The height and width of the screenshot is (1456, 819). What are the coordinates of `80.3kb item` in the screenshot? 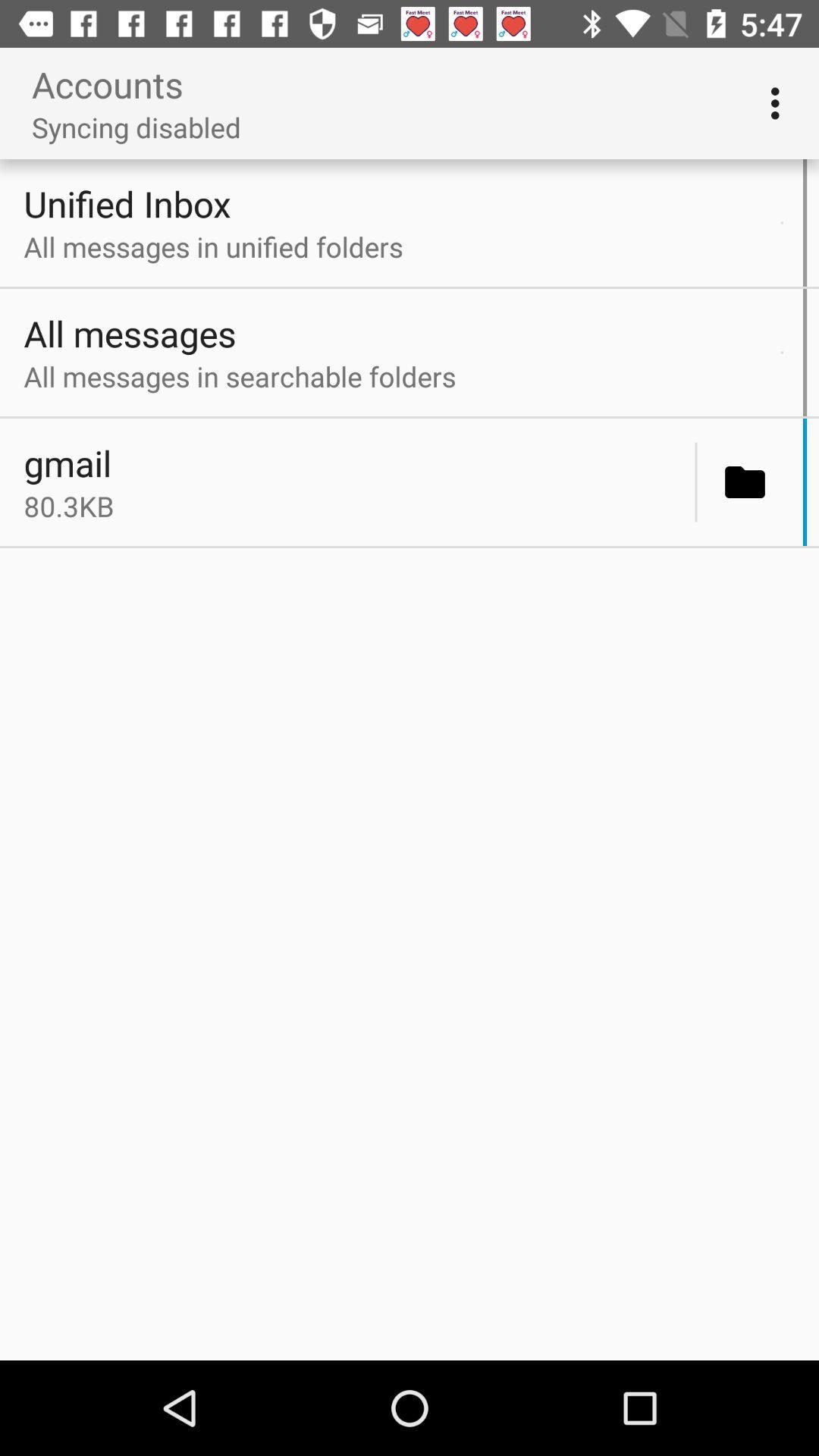 It's located at (355, 506).